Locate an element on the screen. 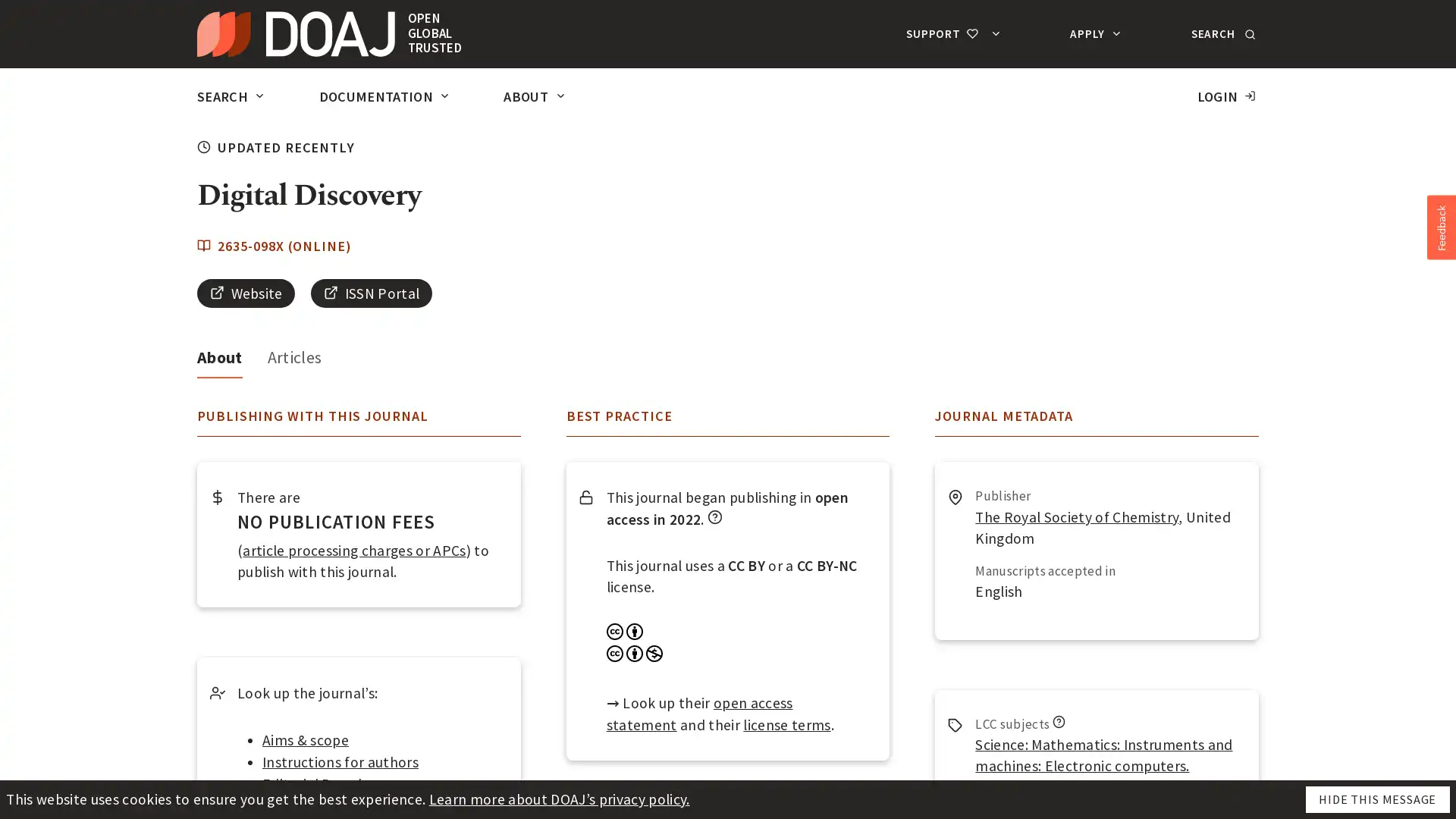  SEARCH is located at coordinates (1221, 33).